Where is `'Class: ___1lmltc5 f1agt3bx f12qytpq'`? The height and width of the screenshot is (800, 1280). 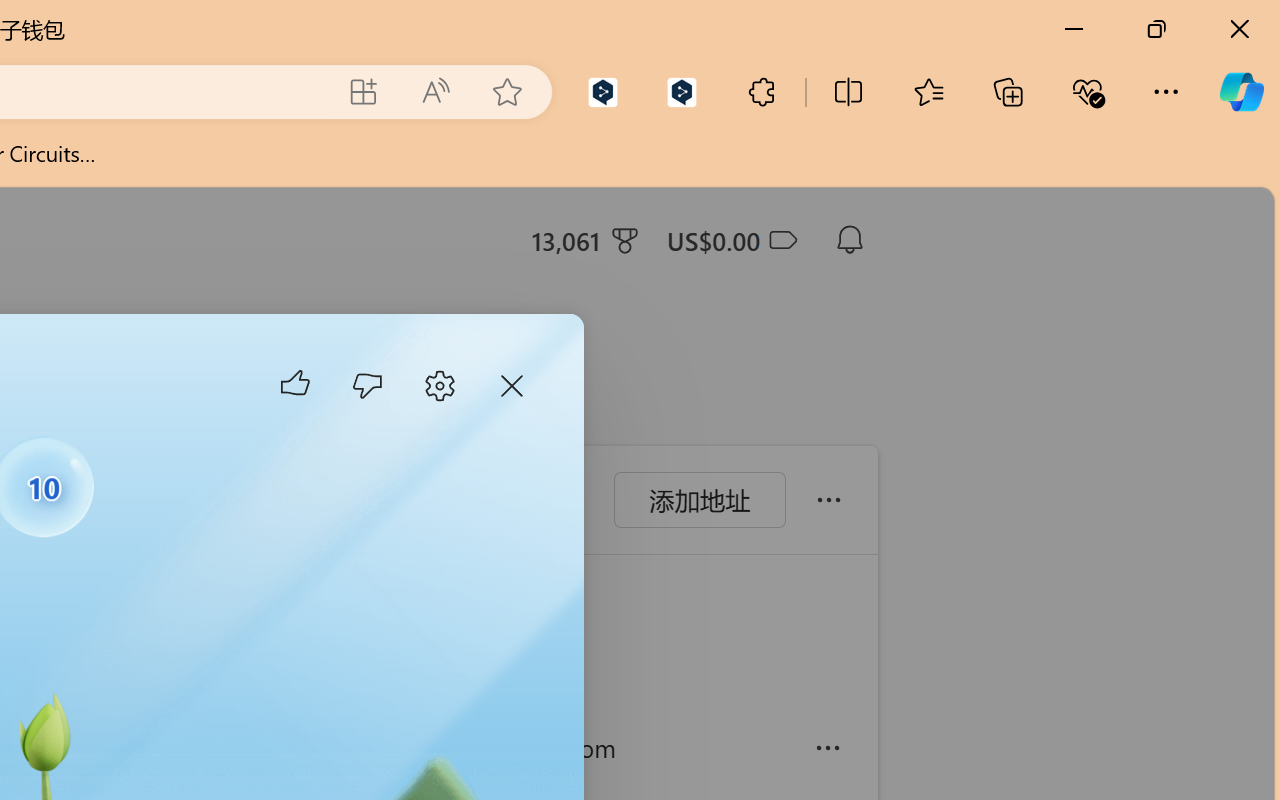 'Class: ___1lmltc5 f1agt3bx f12qytpq' is located at coordinates (780, 240).